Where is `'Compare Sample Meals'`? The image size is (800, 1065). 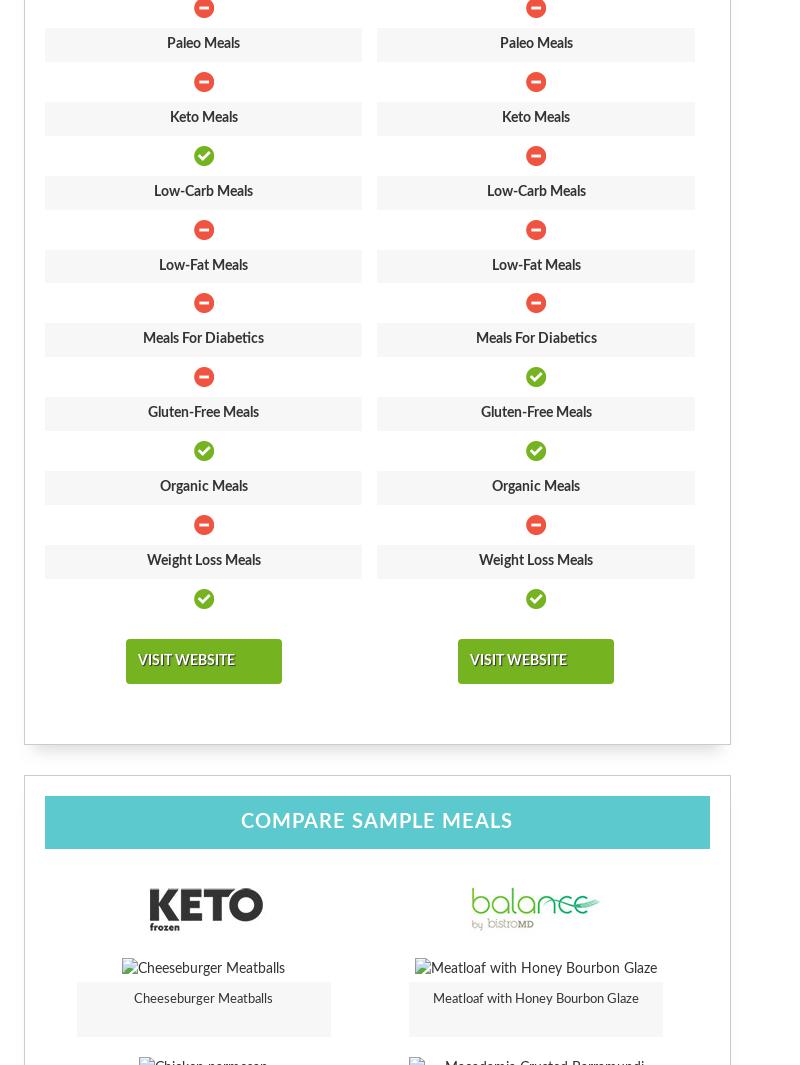
'Compare Sample Meals' is located at coordinates (376, 821).